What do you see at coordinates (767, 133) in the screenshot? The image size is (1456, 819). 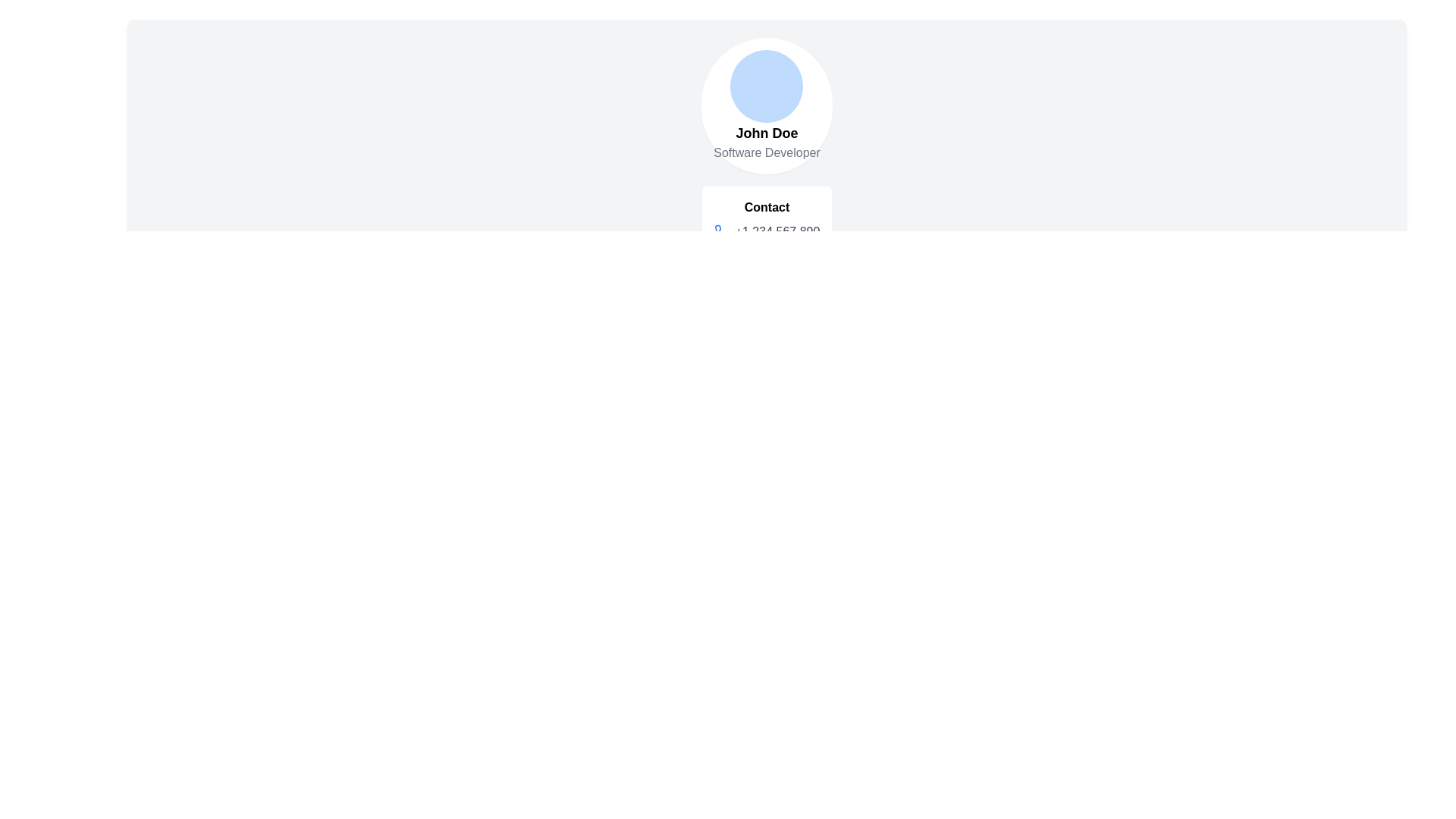 I see `the static text label displaying 'John Doe', which is a bold, large font text positioned below a circular avatar image` at bounding box center [767, 133].